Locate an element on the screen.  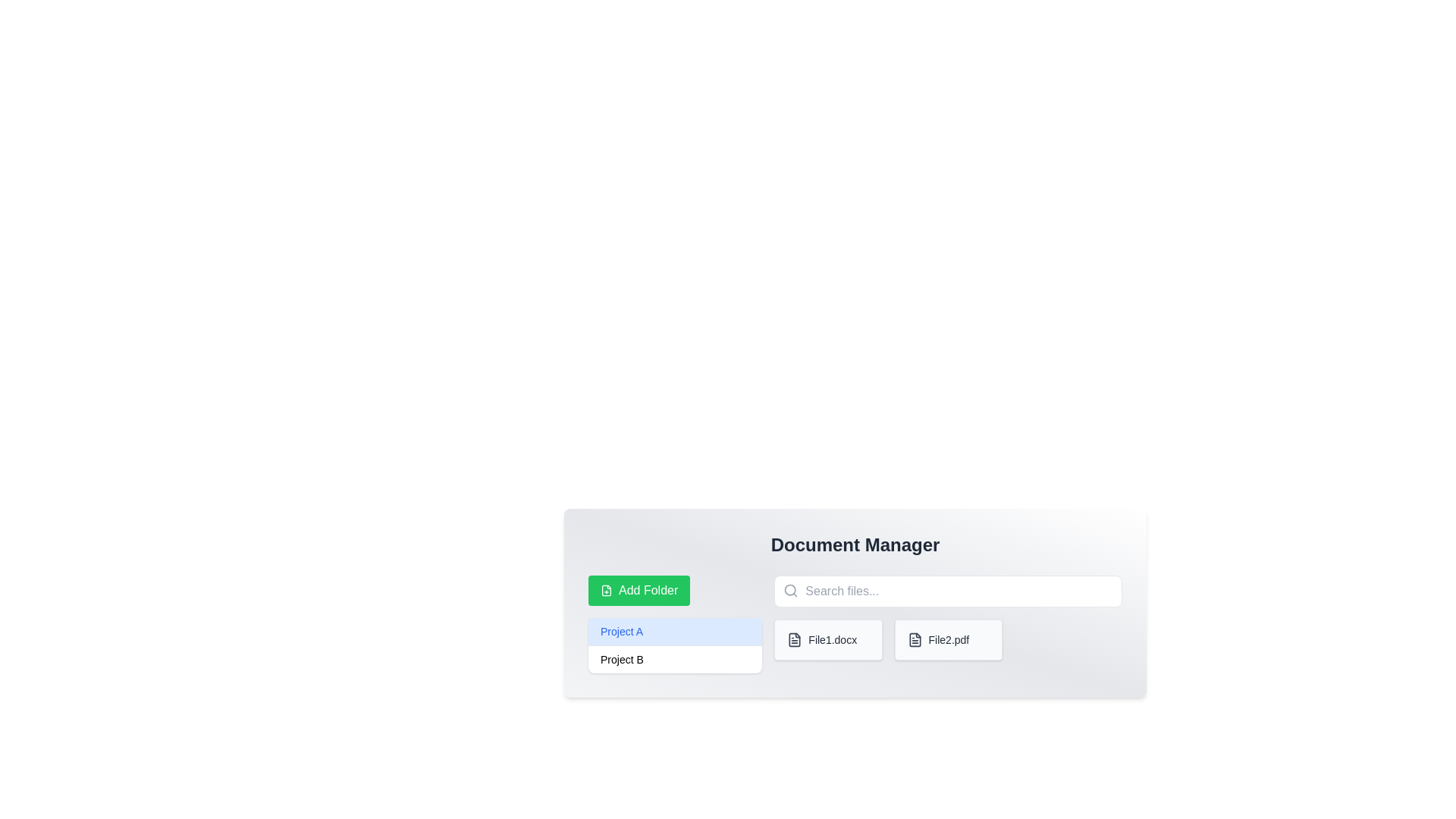
text 'File1.docx' from the label representing the file name in the first file card located in the middle section of the document manager's main view is located at coordinates (832, 640).